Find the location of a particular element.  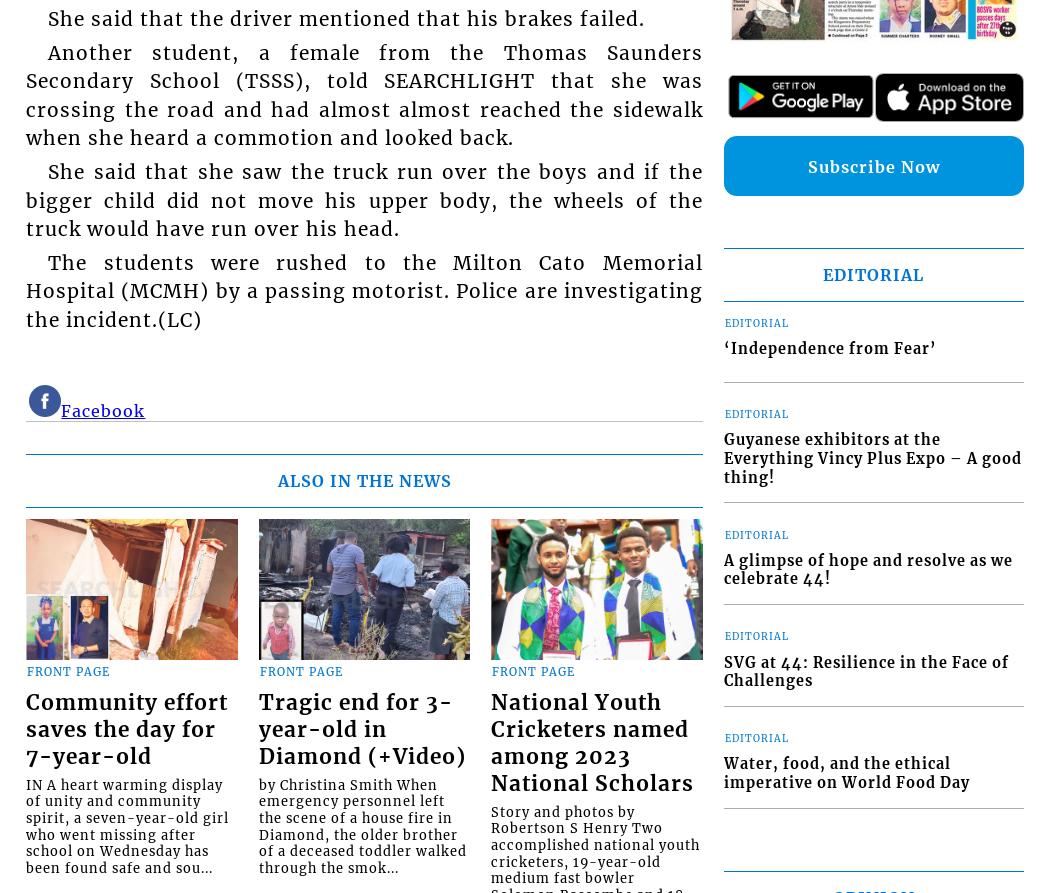

'Community effort saves the day for 7-year-old' is located at coordinates (126, 728).